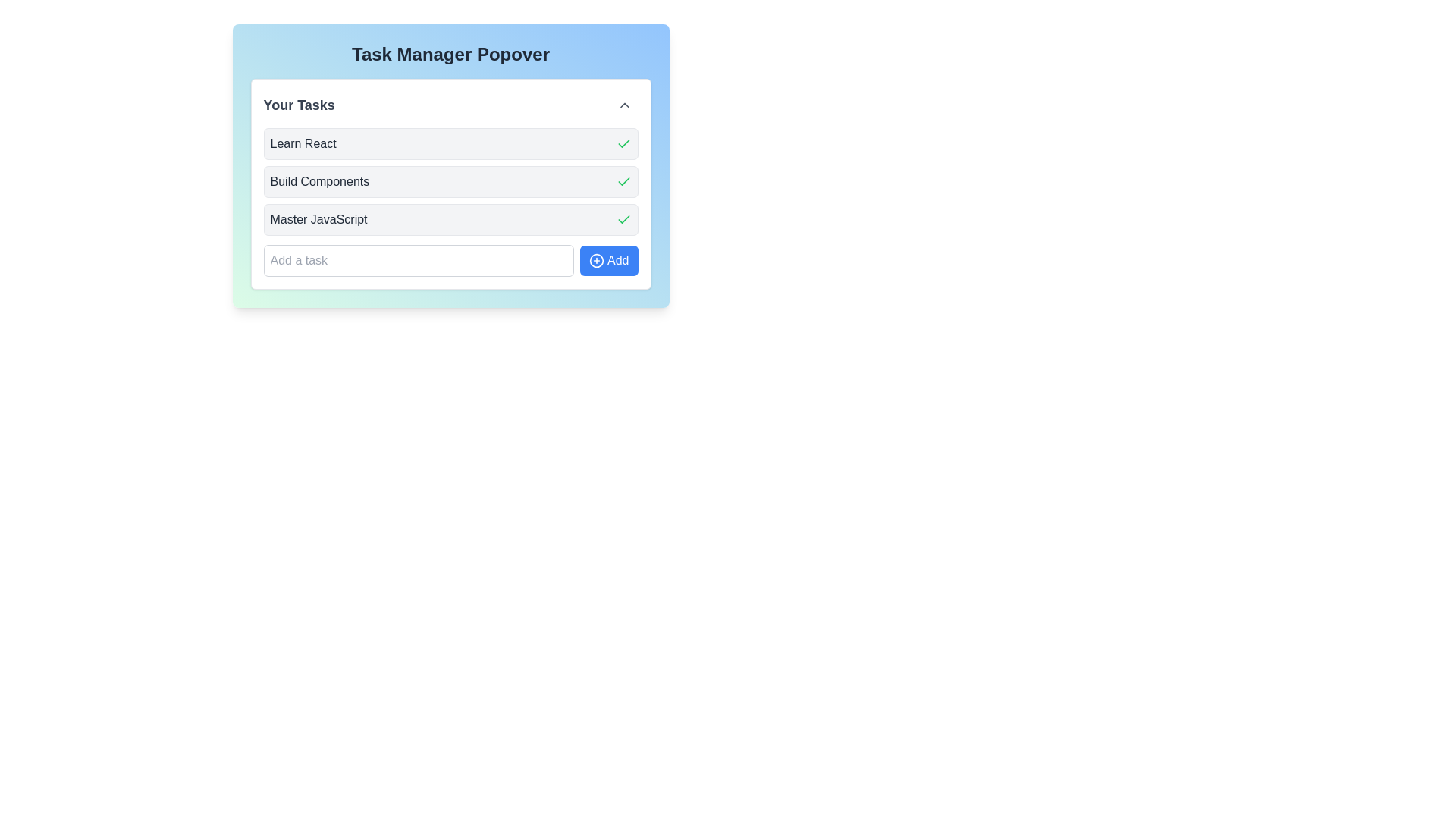  What do you see at coordinates (623, 143) in the screenshot?
I see `the green checkmark icon indicating task completion for 'Master JavaScript' in the task manager interface` at bounding box center [623, 143].